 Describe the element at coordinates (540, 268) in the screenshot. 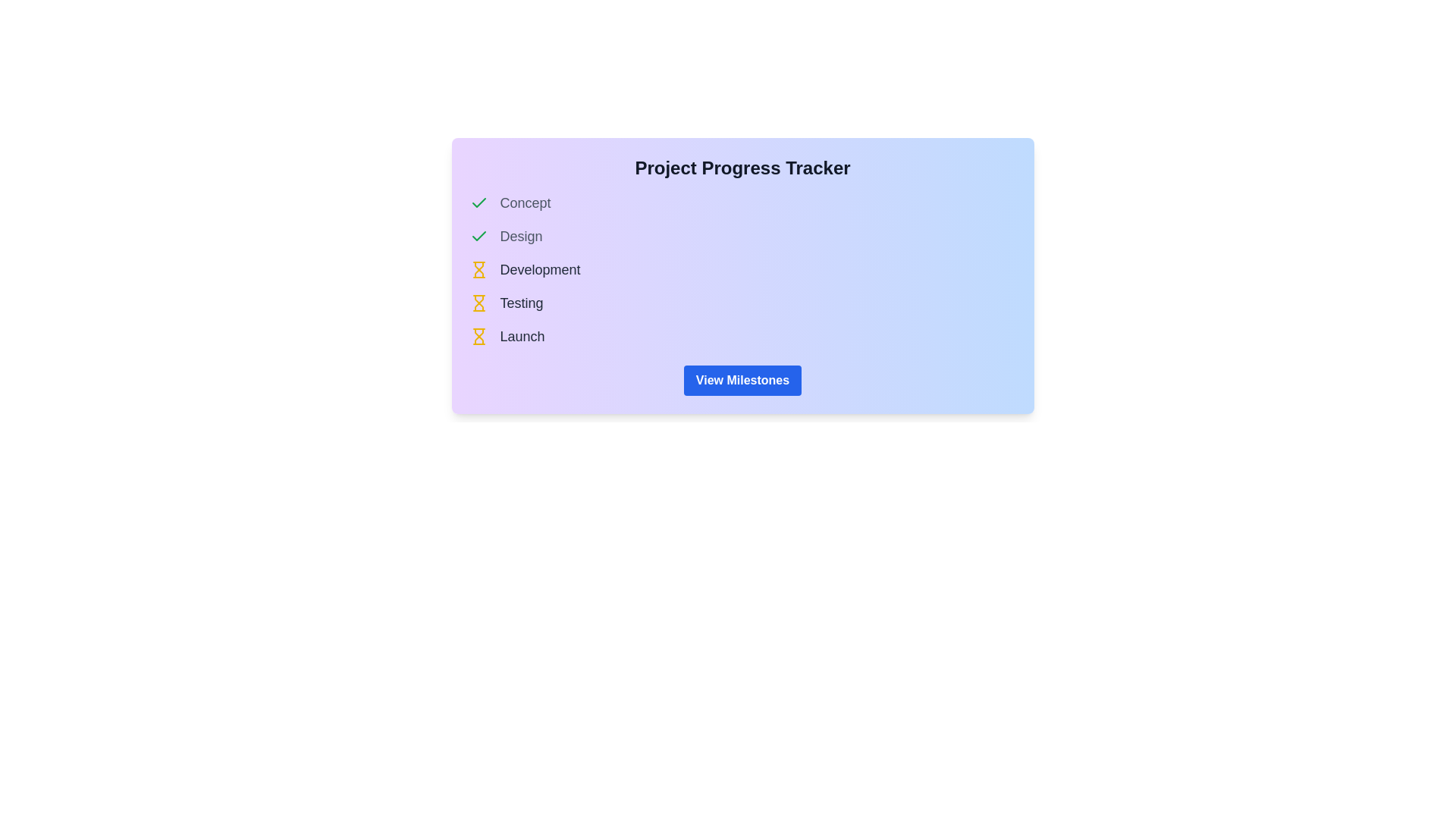

I see `the static text element reading 'Development' in the Project Progress Tracker section, which is the third entry in a vertical list of milestones` at that location.